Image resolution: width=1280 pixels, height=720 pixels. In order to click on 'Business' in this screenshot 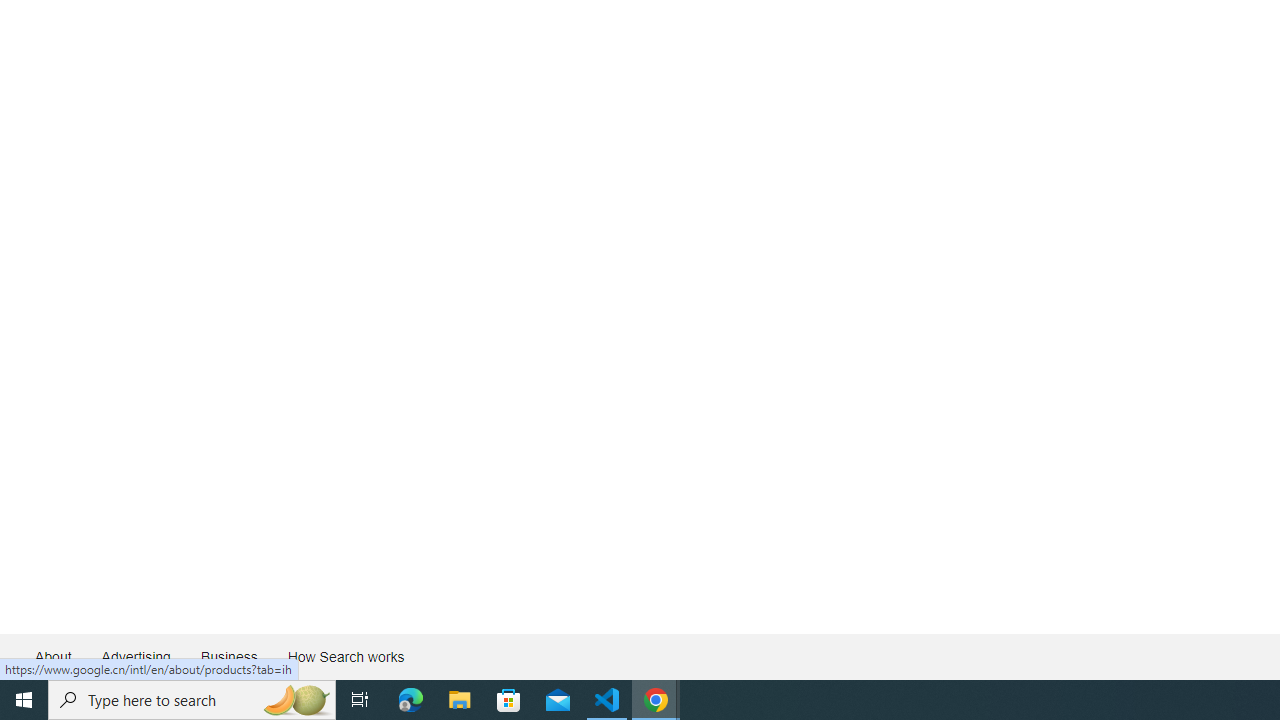, I will do `click(229, 657)`.